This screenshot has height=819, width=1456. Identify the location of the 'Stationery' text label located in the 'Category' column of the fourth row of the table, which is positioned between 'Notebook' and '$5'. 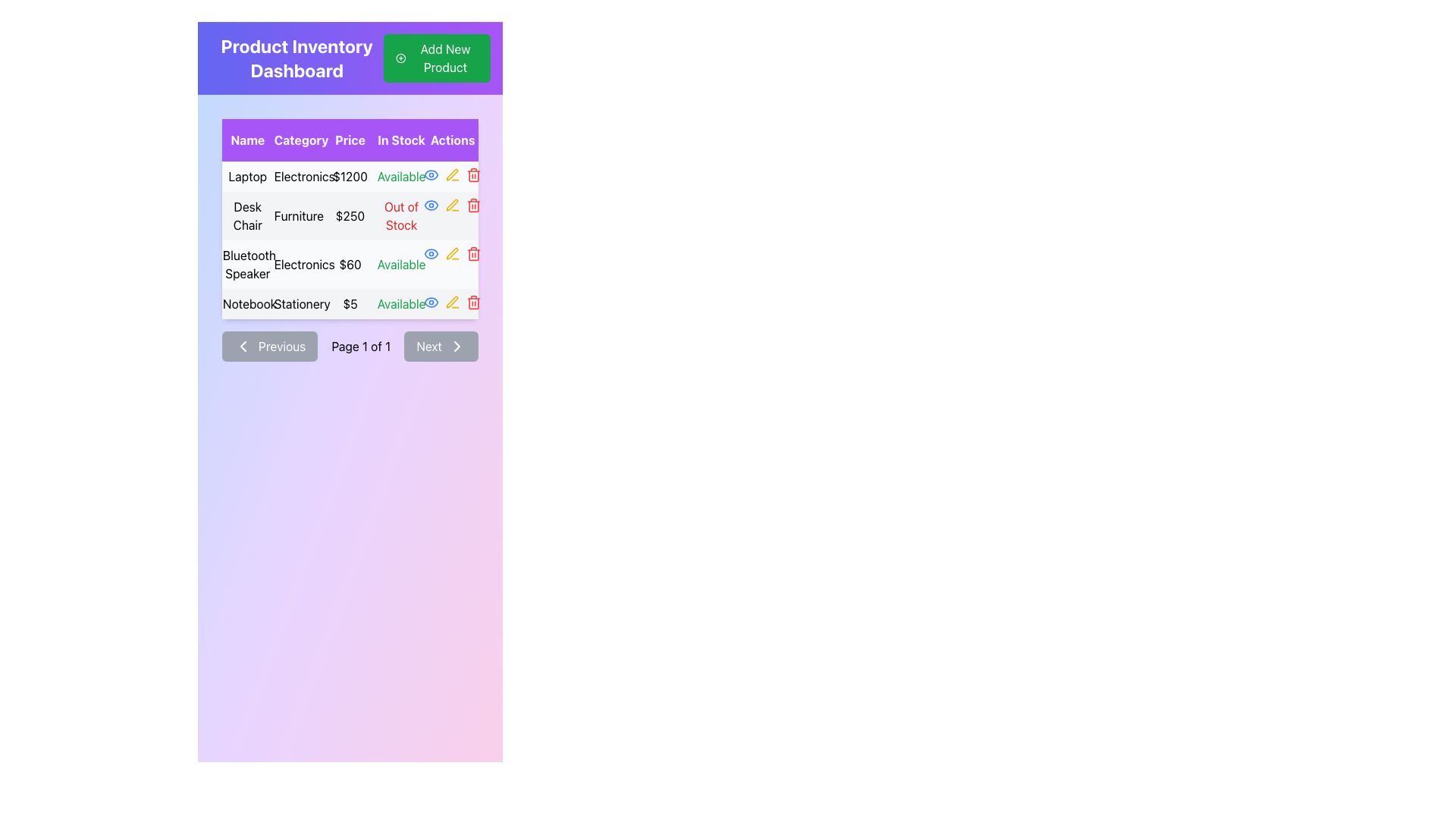
(299, 304).